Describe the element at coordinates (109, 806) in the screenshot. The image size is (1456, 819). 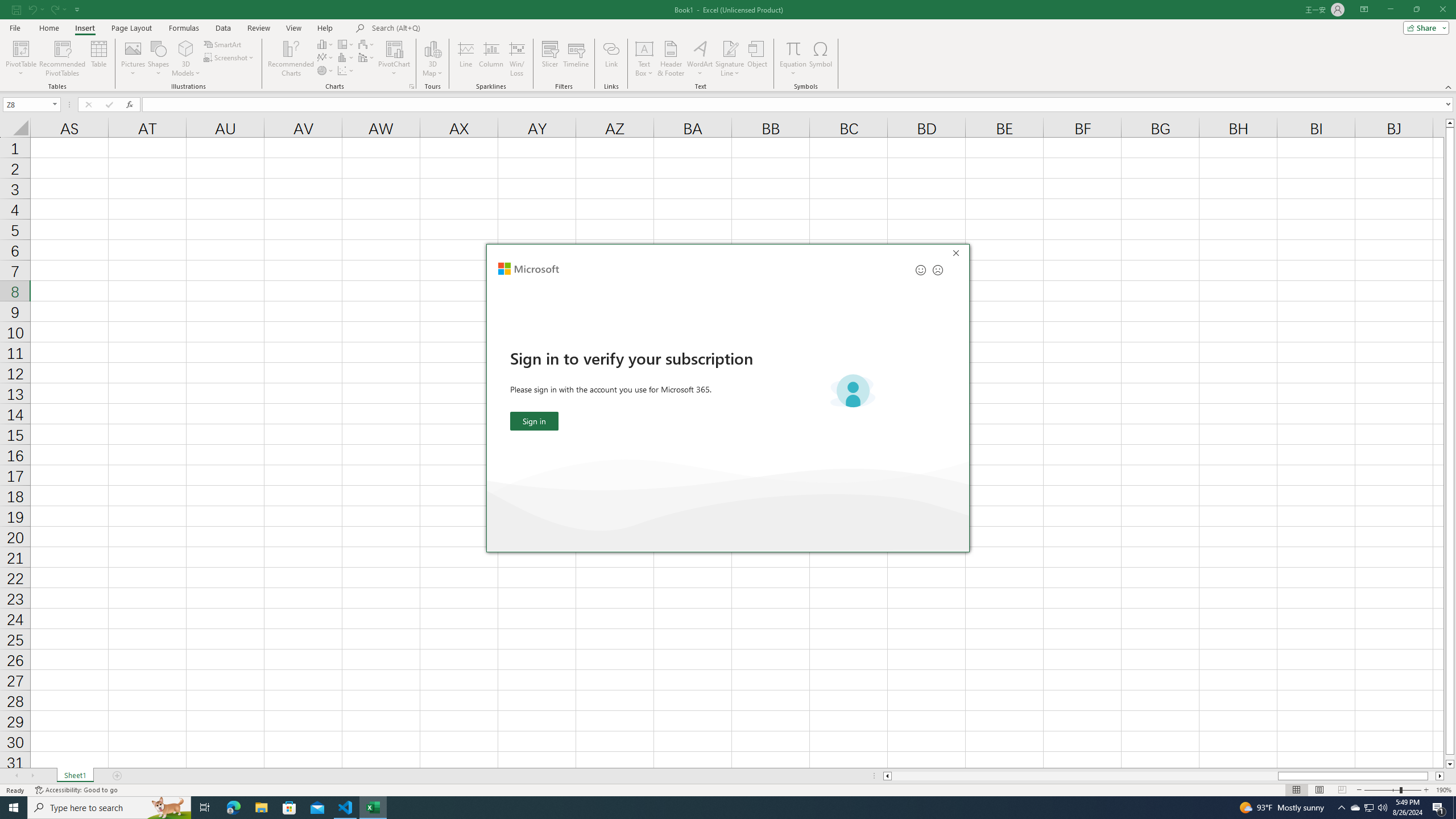
I see `'Type here to search'` at that location.